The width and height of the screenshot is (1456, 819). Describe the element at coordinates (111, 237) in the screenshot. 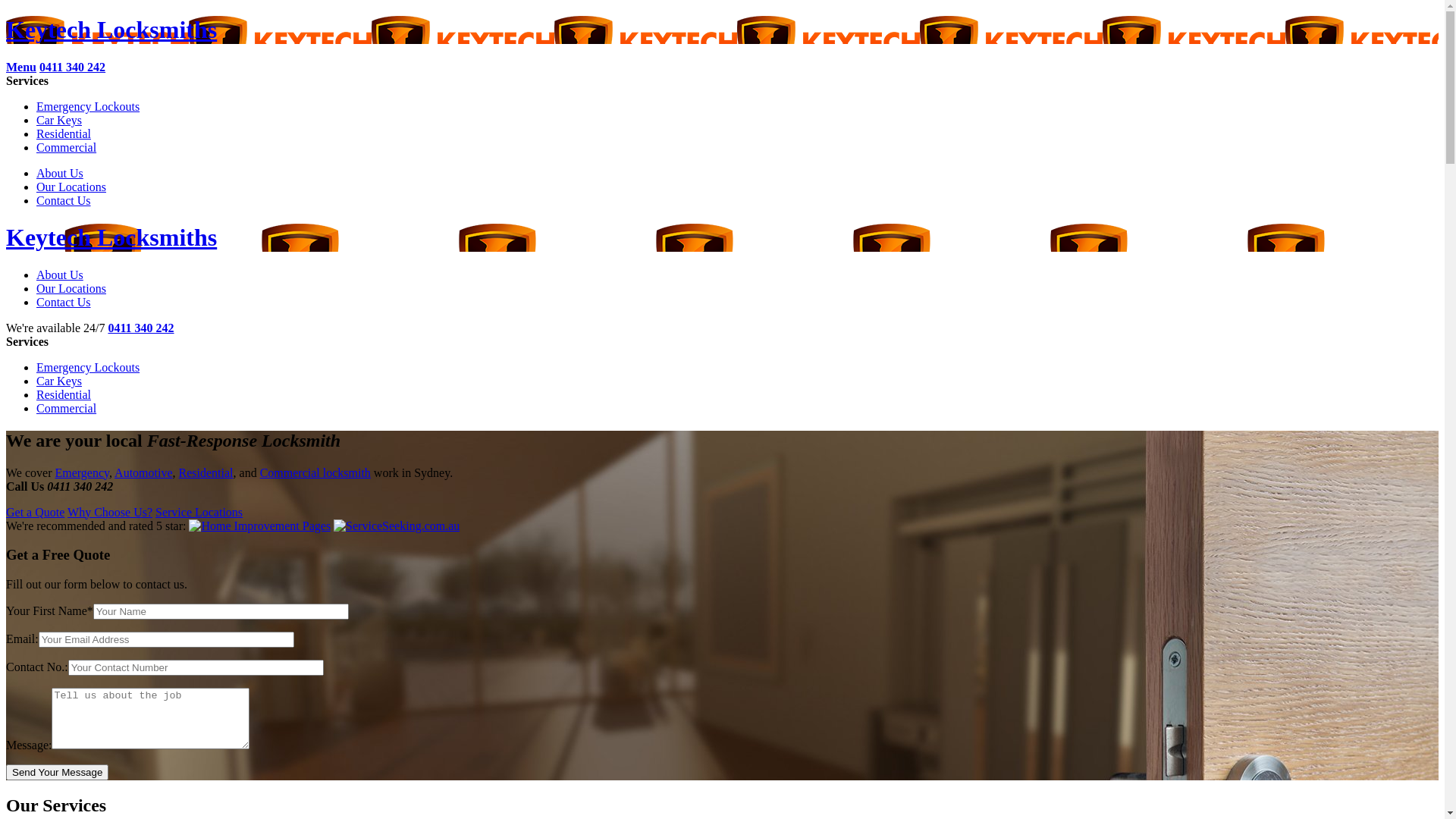

I see `'Keytech Locksmiths'` at that location.